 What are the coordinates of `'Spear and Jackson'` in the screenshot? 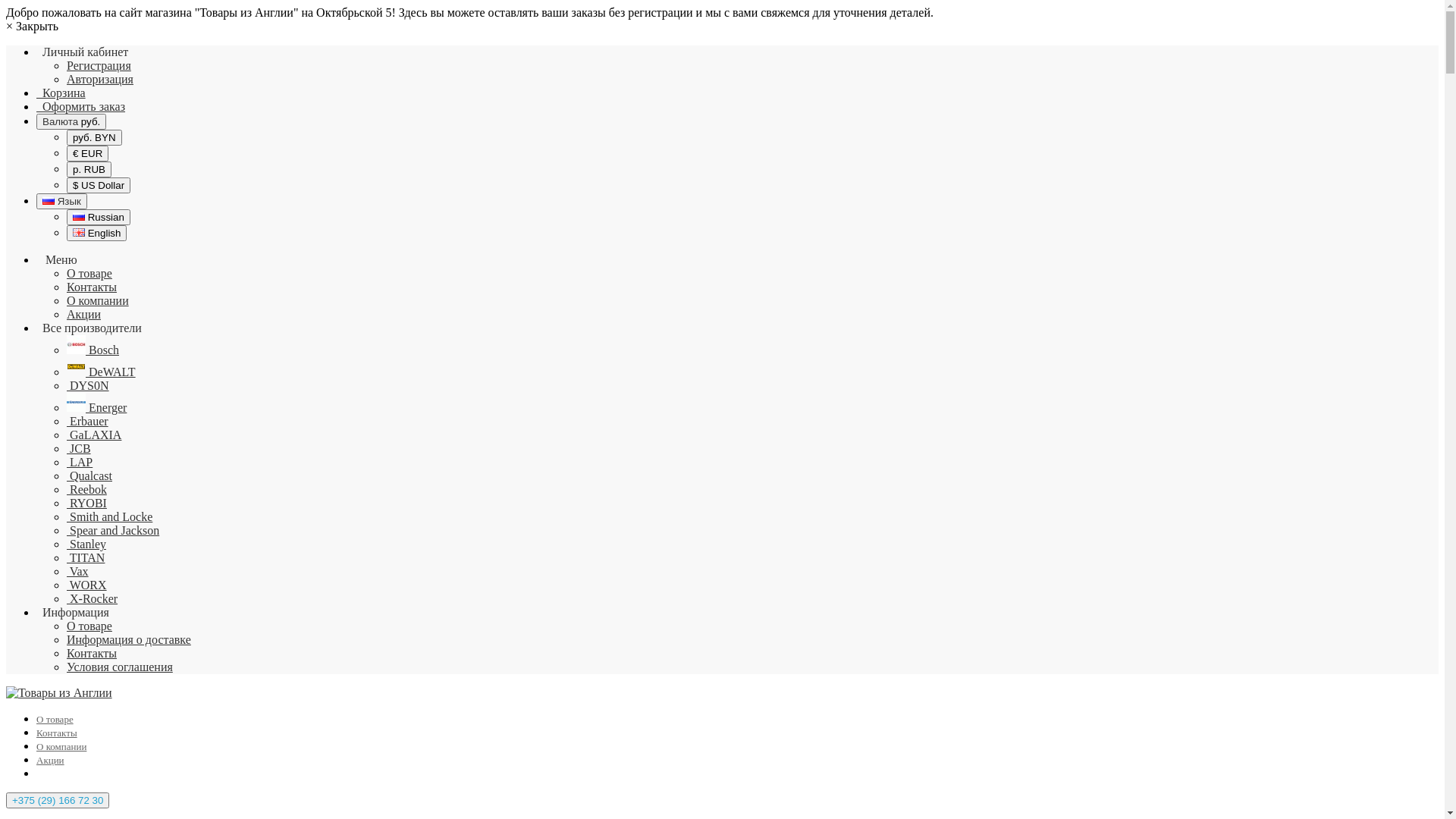 It's located at (65, 529).